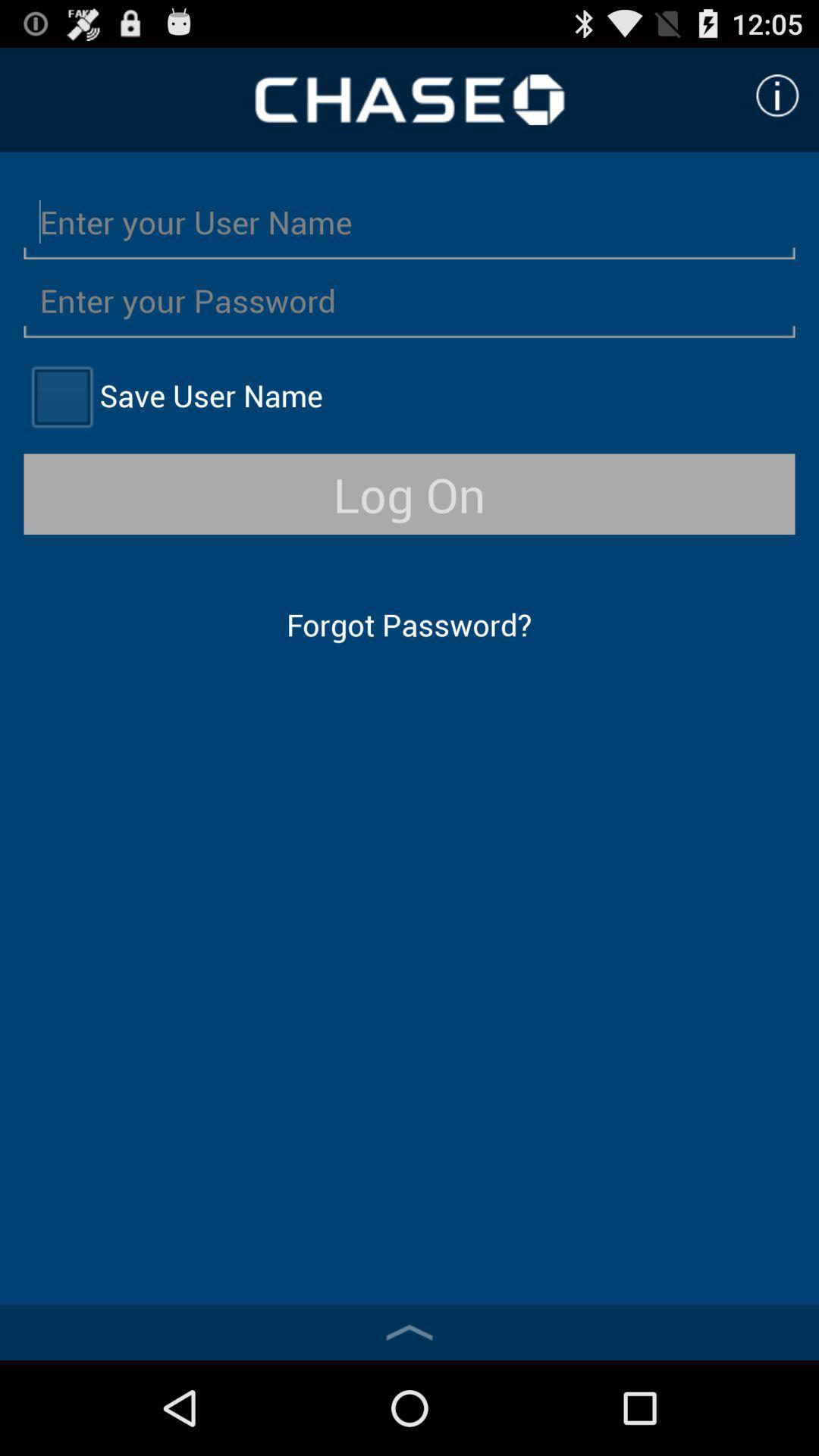 The image size is (819, 1456). I want to click on typing box, so click(409, 300).